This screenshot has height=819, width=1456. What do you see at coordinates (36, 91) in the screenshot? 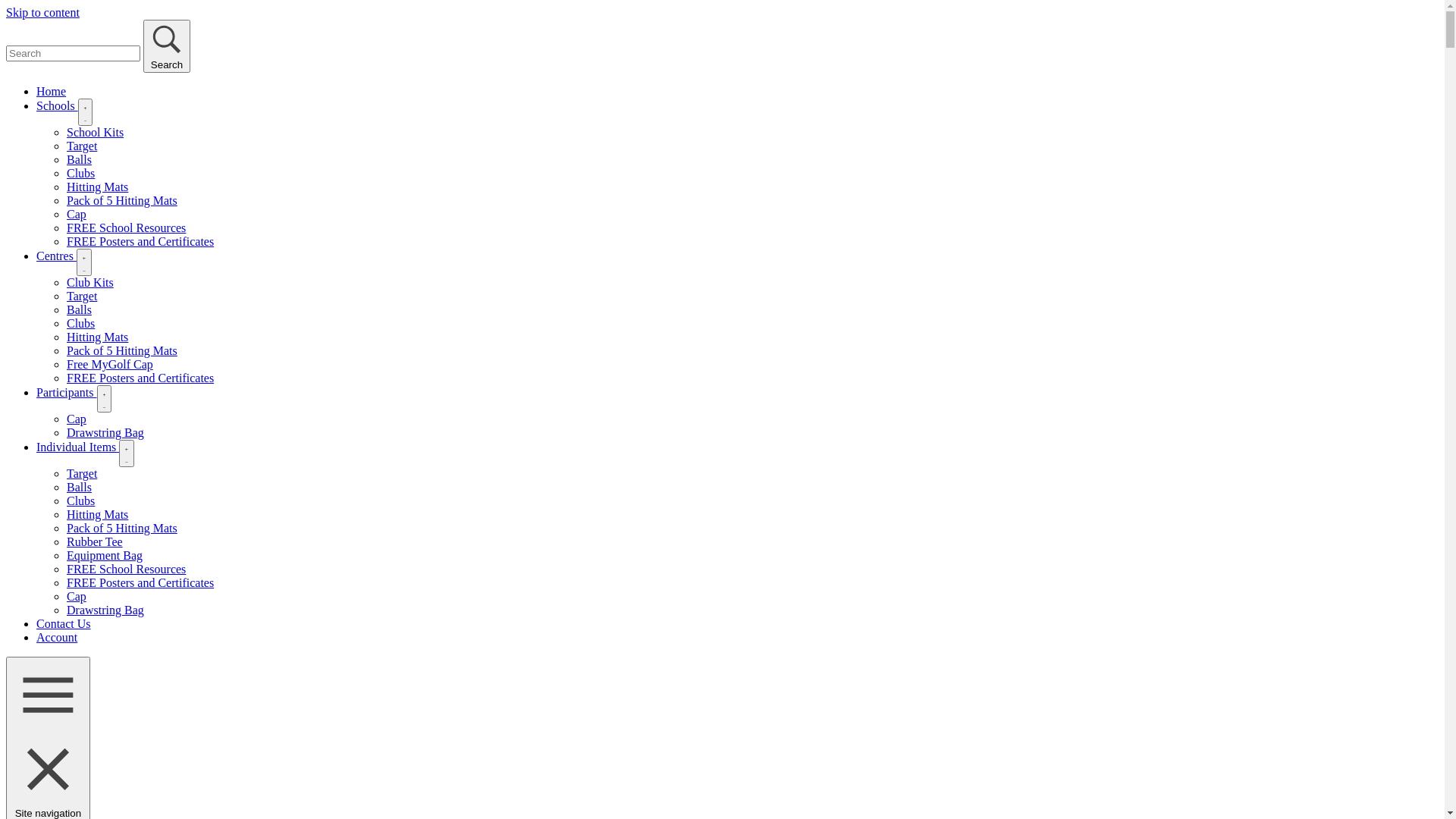
I see `'Home'` at bounding box center [36, 91].